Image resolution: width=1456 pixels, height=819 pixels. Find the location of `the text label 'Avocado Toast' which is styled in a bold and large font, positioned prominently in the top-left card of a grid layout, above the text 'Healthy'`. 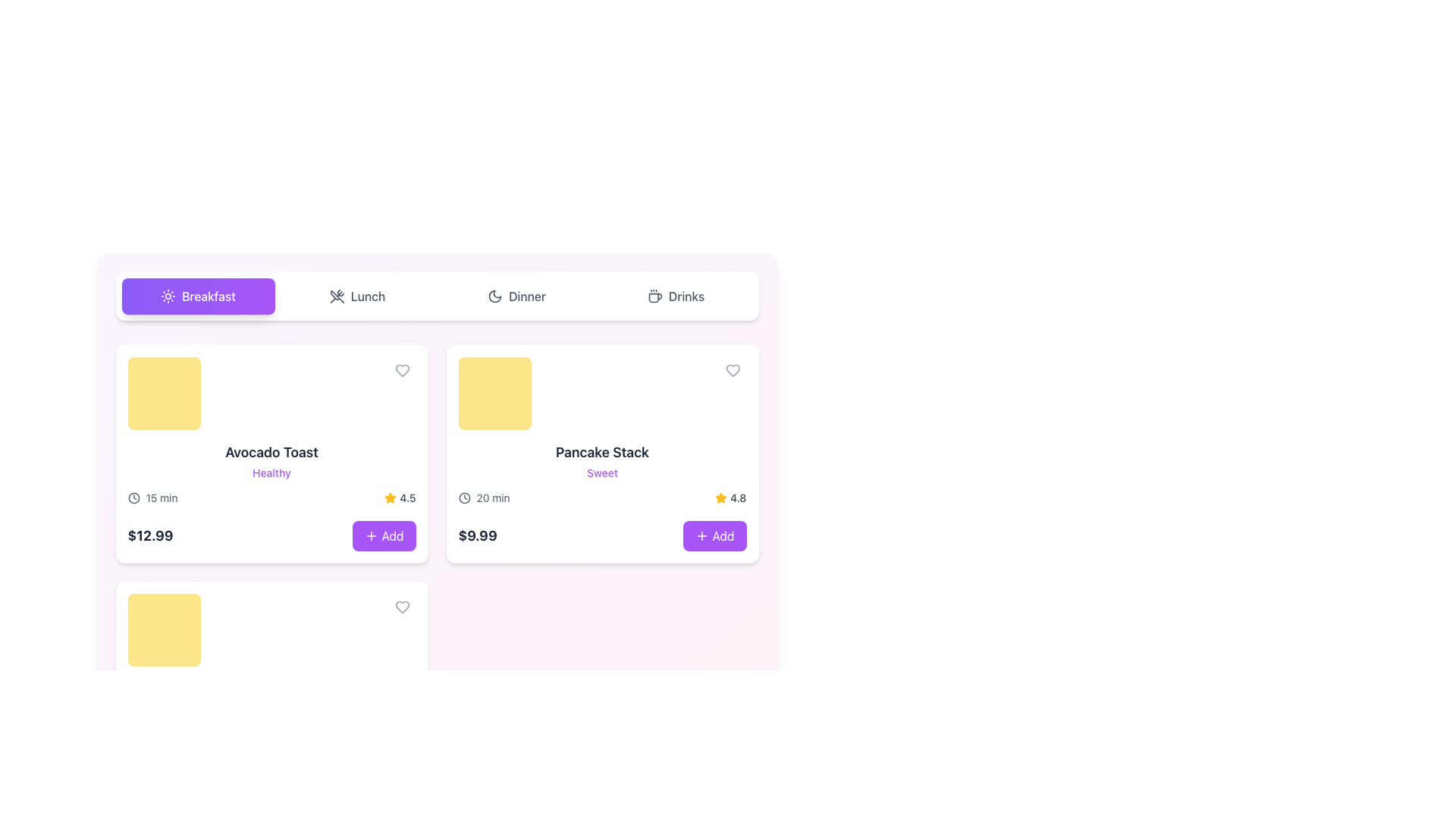

the text label 'Avocado Toast' which is styled in a bold and large font, positioned prominently in the top-left card of a grid layout, above the text 'Healthy' is located at coordinates (271, 452).